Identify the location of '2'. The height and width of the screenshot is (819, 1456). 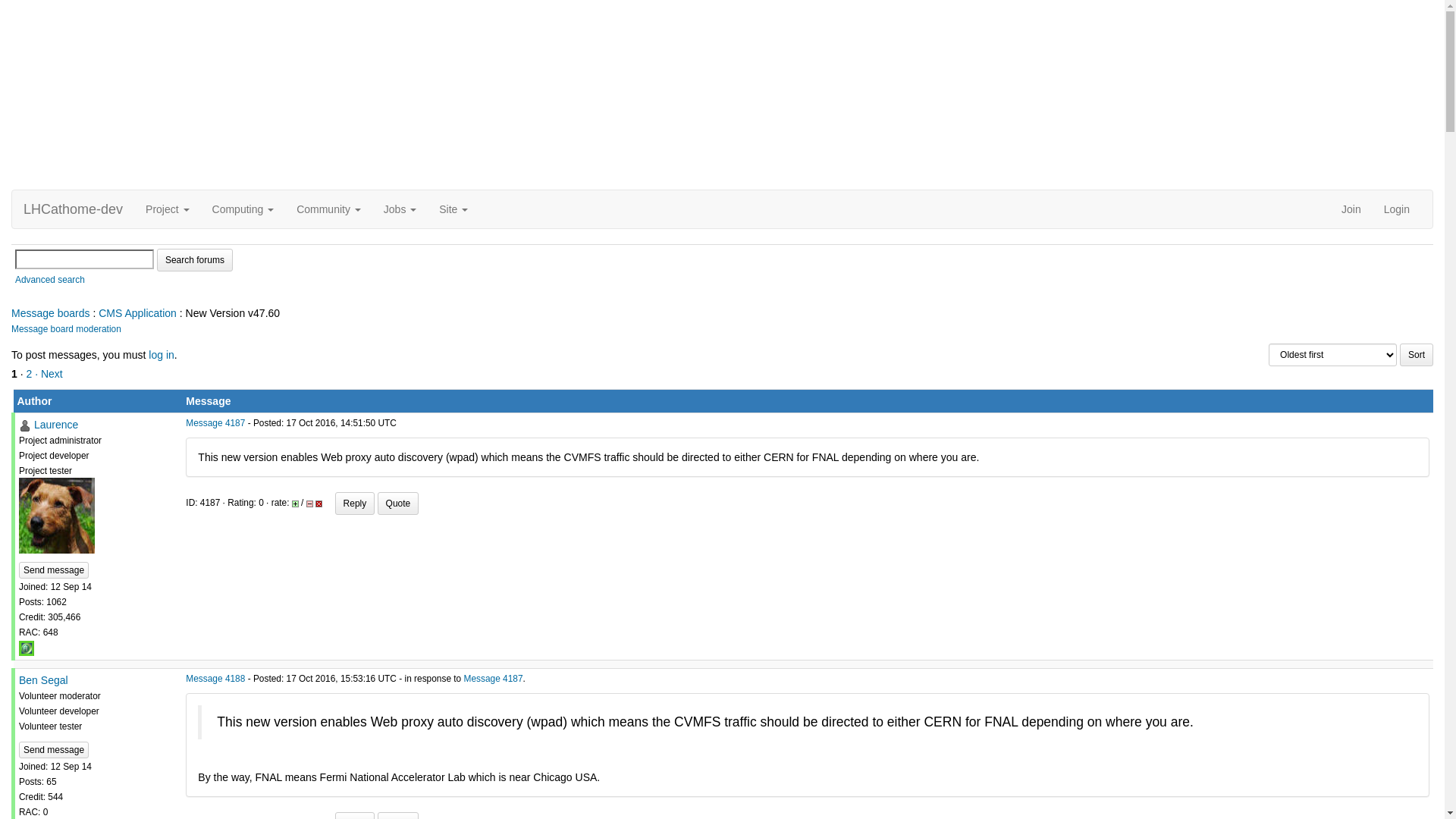
(29, 374).